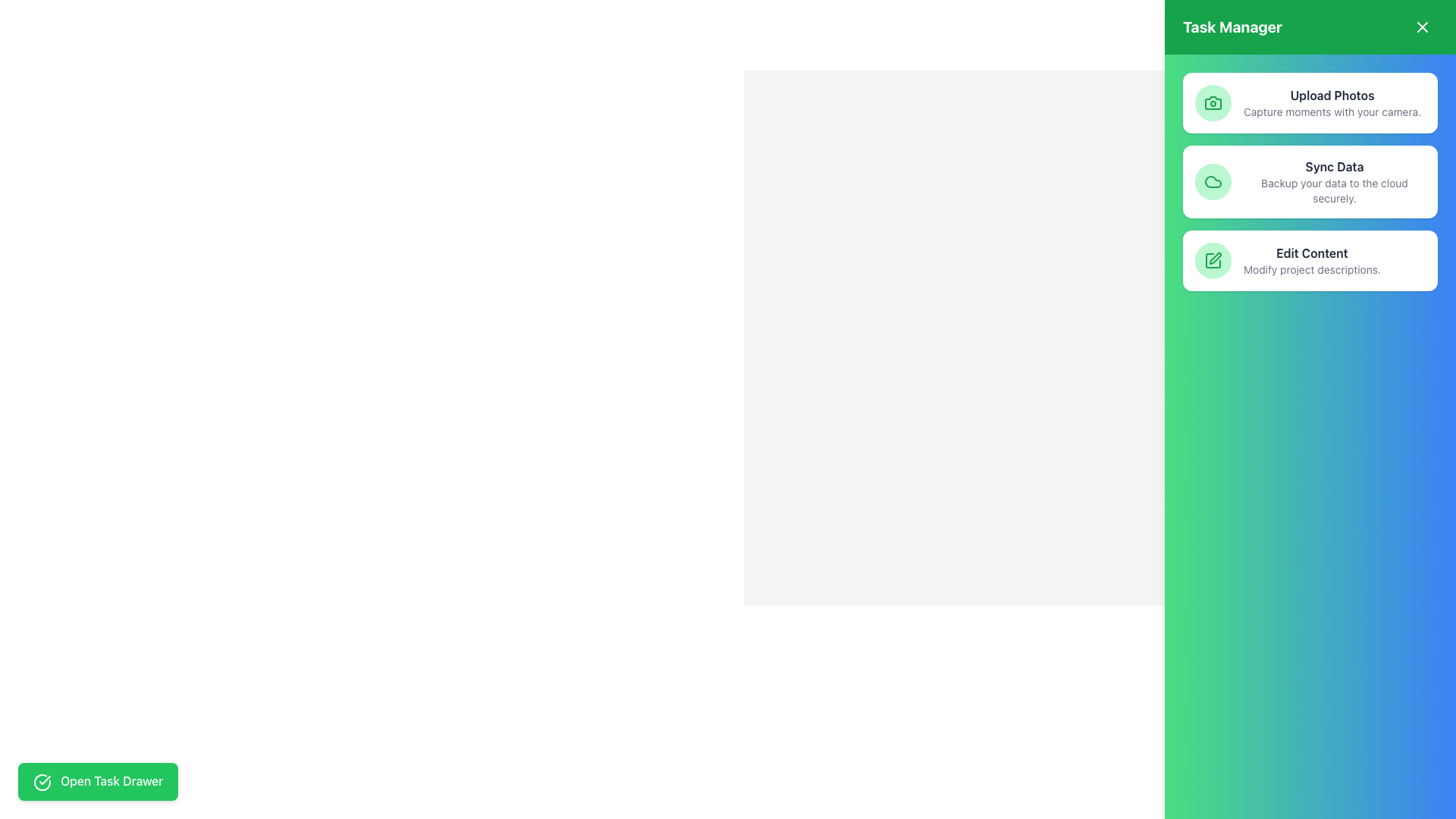 Image resolution: width=1456 pixels, height=819 pixels. What do you see at coordinates (1212, 102) in the screenshot?
I see `the circular light green Icon Button with a green camera icon to interact with the feature` at bounding box center [1212, 102].